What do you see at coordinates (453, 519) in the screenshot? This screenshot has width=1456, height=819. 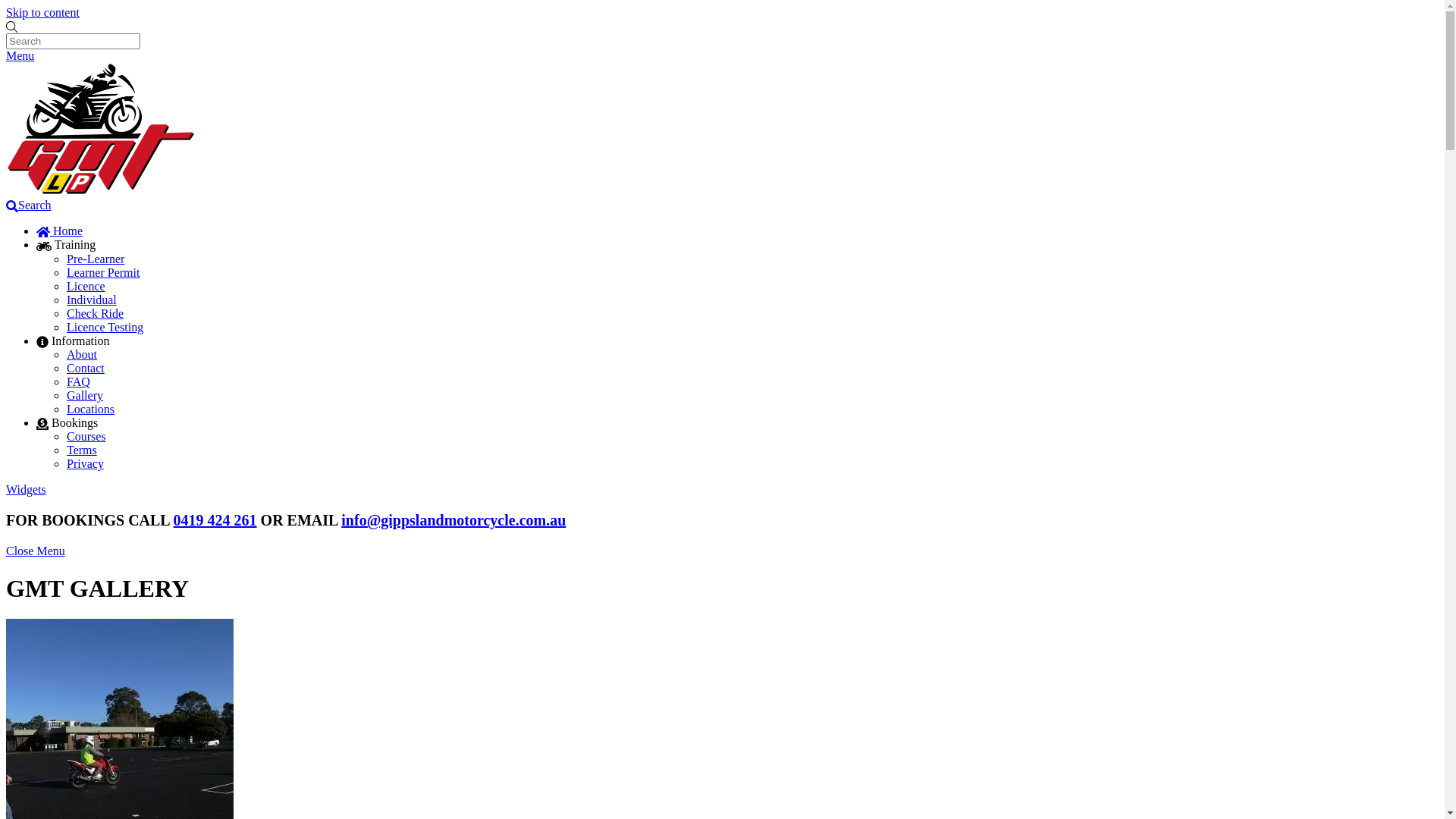 I see `'info@gippslandmotorcycle.com.au'` at bounding box center [453, 519].